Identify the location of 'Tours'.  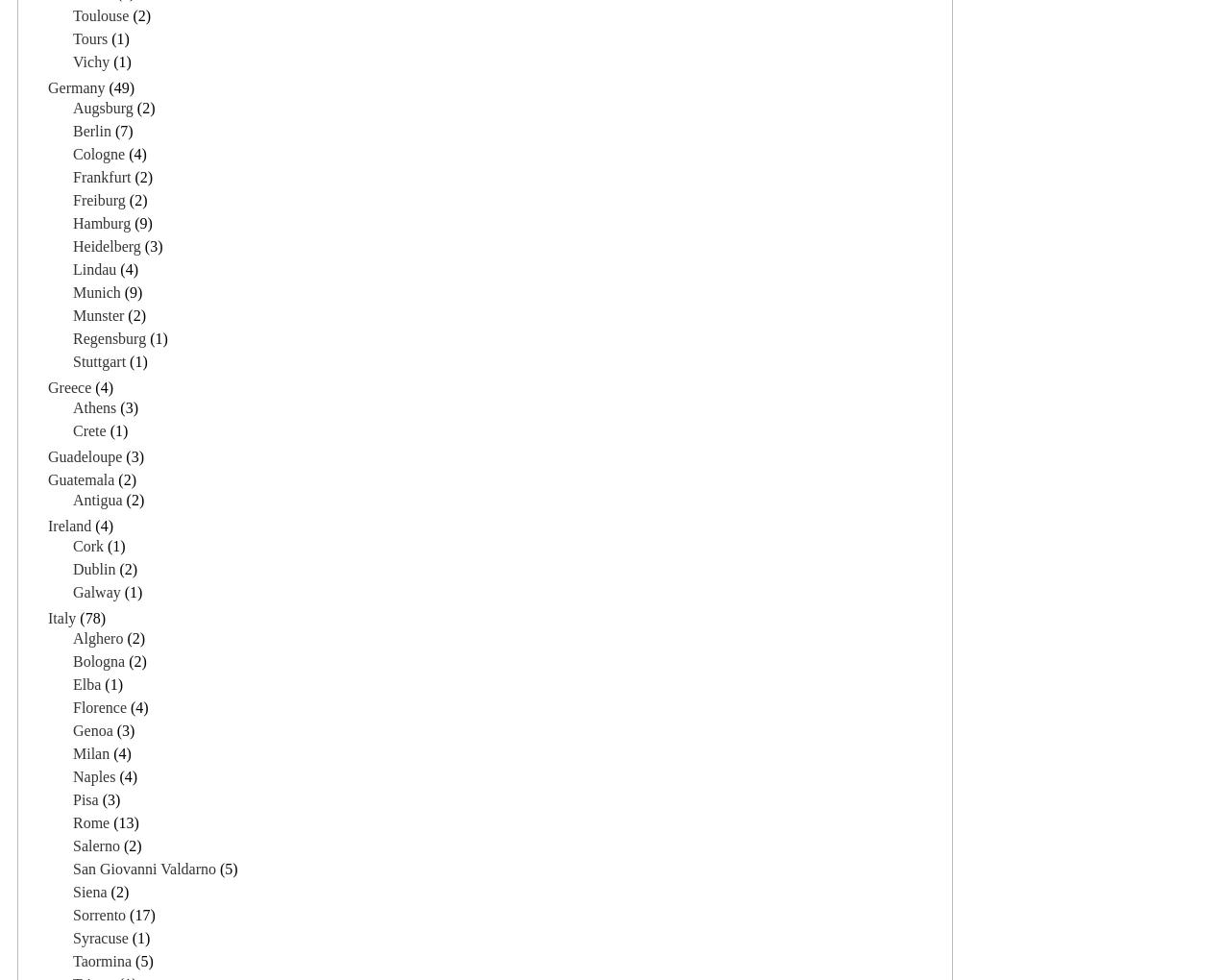
(90, 37).